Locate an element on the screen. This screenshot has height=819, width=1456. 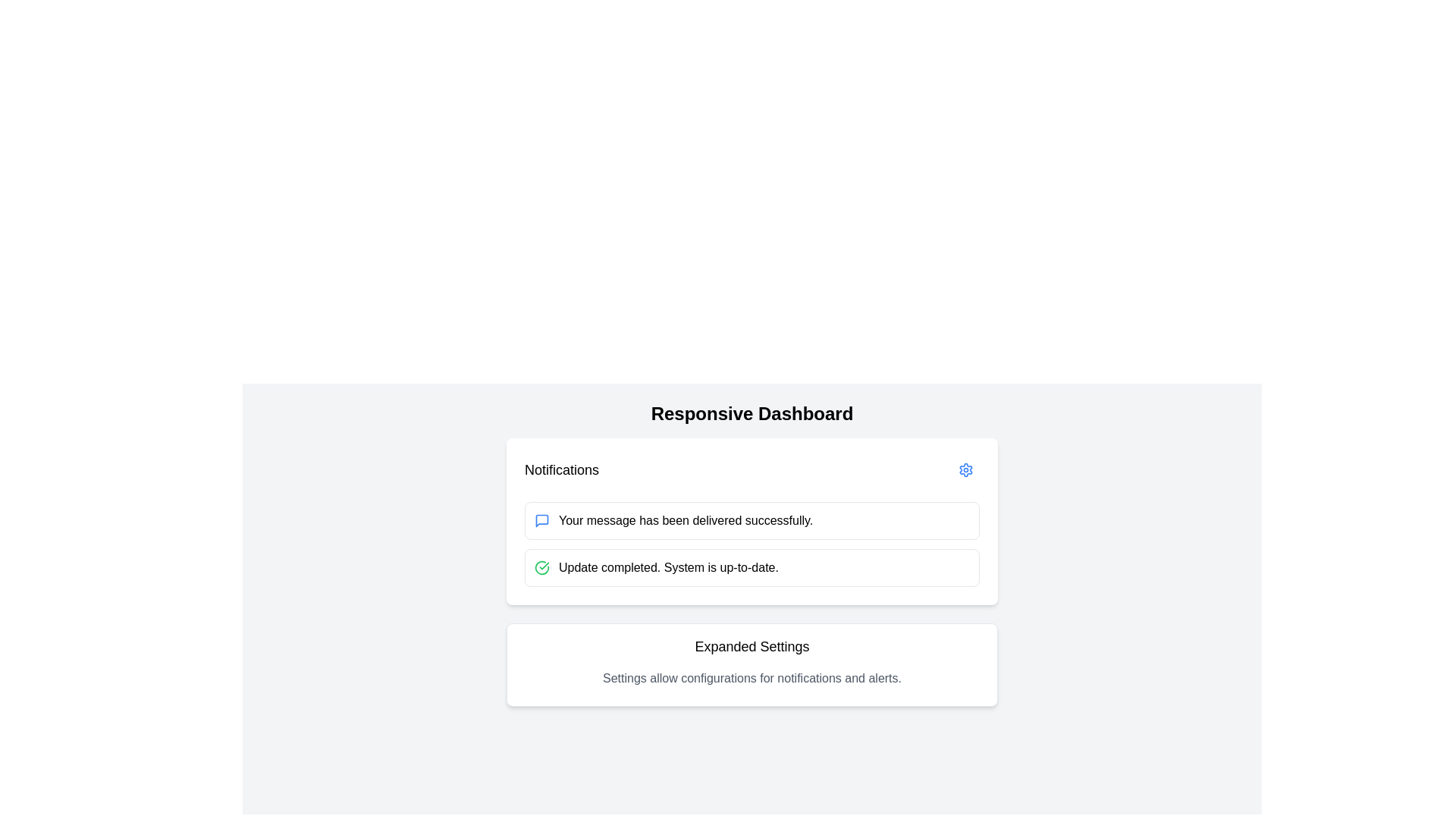
the static text element that reads 'Settings allow configurations for notifications and alerts.', which is styled in gray font color and positioned below the 'Expanded Settings' heading is located at coordinates (752, 677).